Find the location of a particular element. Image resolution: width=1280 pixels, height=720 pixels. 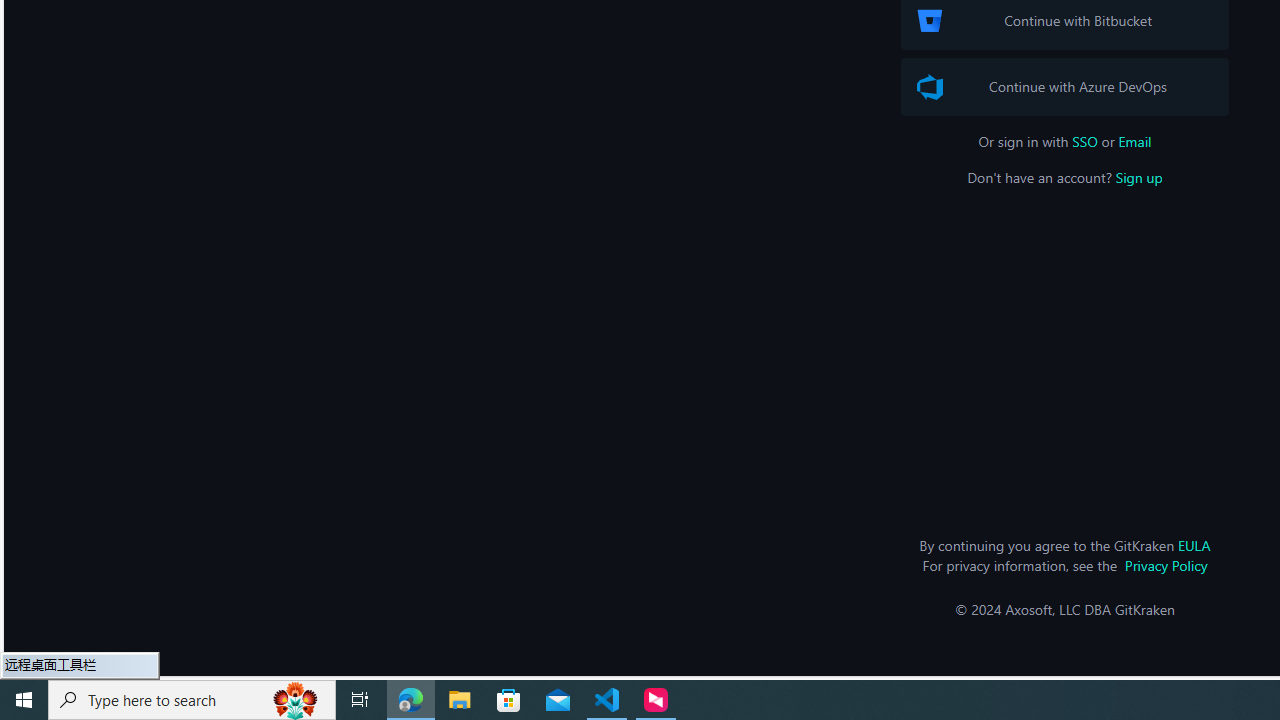

'Azure DevOps Logo' is located at coordinates (928, 86).